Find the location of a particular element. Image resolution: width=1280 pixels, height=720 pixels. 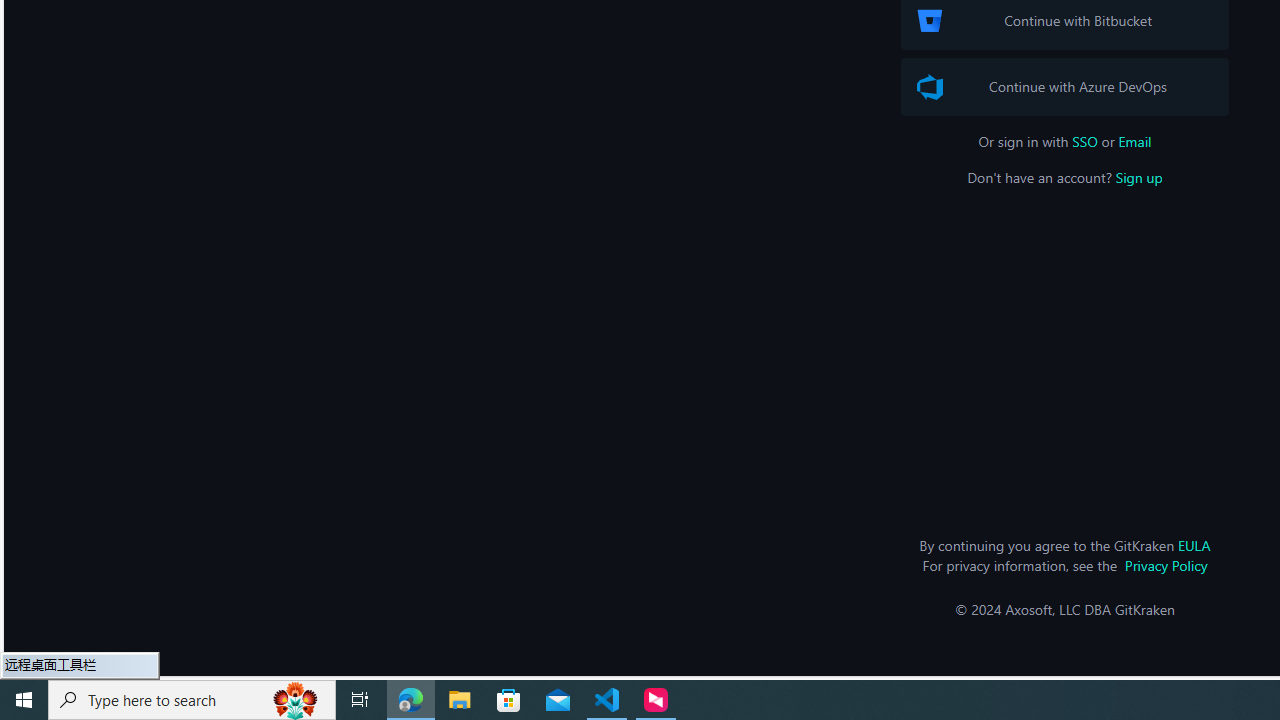

'Azure DevOps Logo' is located at coordinates (928, 86).